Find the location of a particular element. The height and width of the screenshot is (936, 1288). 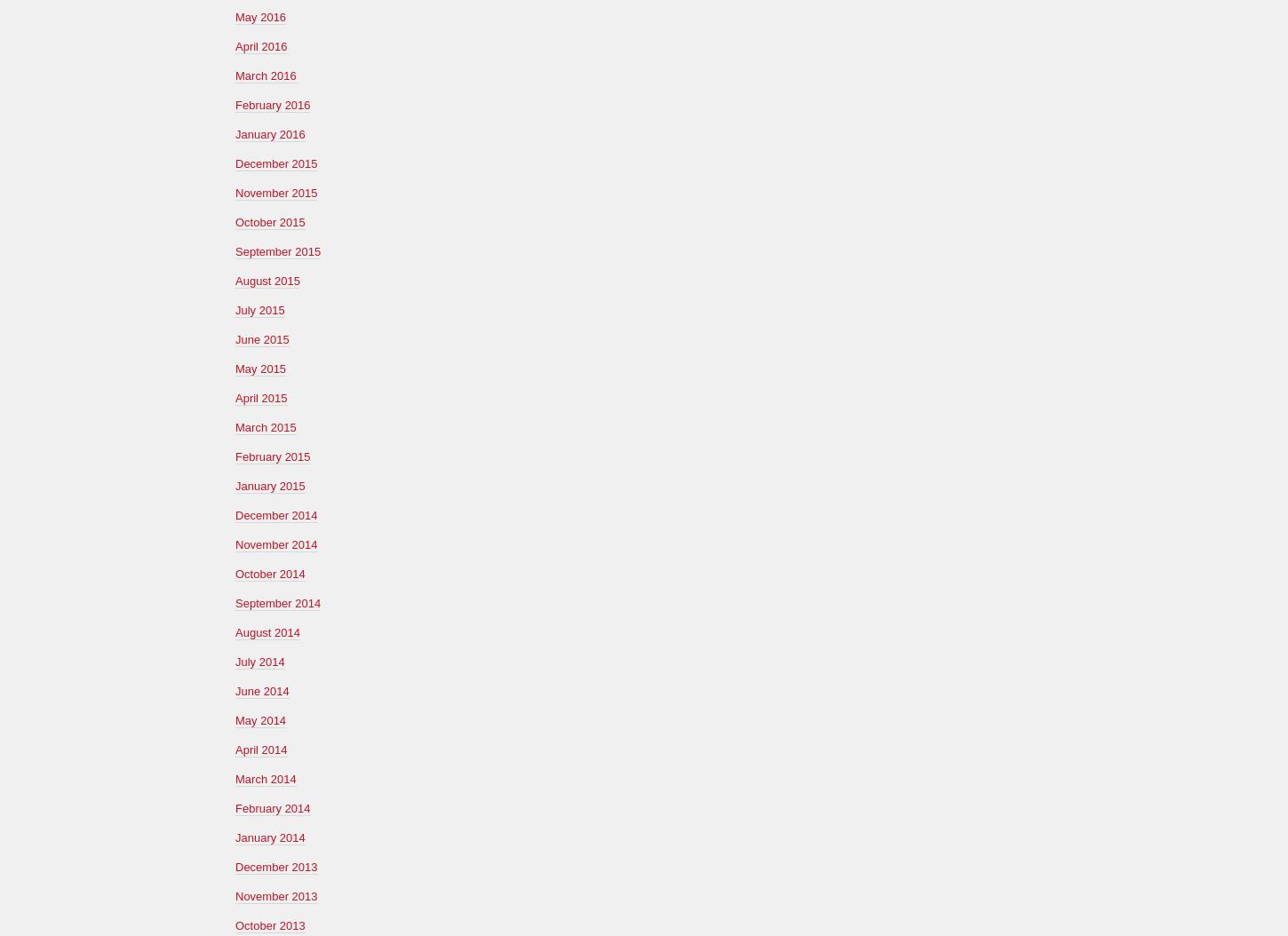

'October 2013' is located at coordinates (270, 924).